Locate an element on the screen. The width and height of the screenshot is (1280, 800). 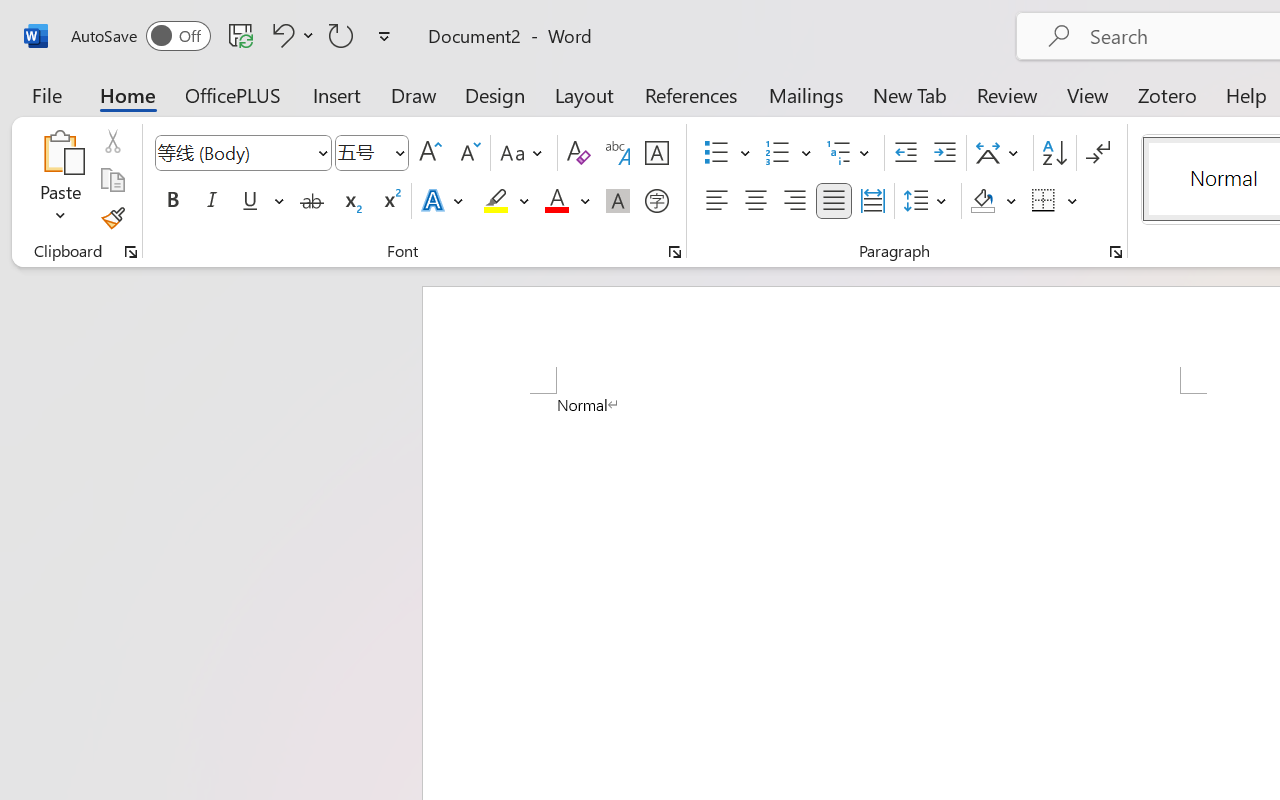
'Shading RGB(0, 0, 0)' is located at coordinates (983, 201).